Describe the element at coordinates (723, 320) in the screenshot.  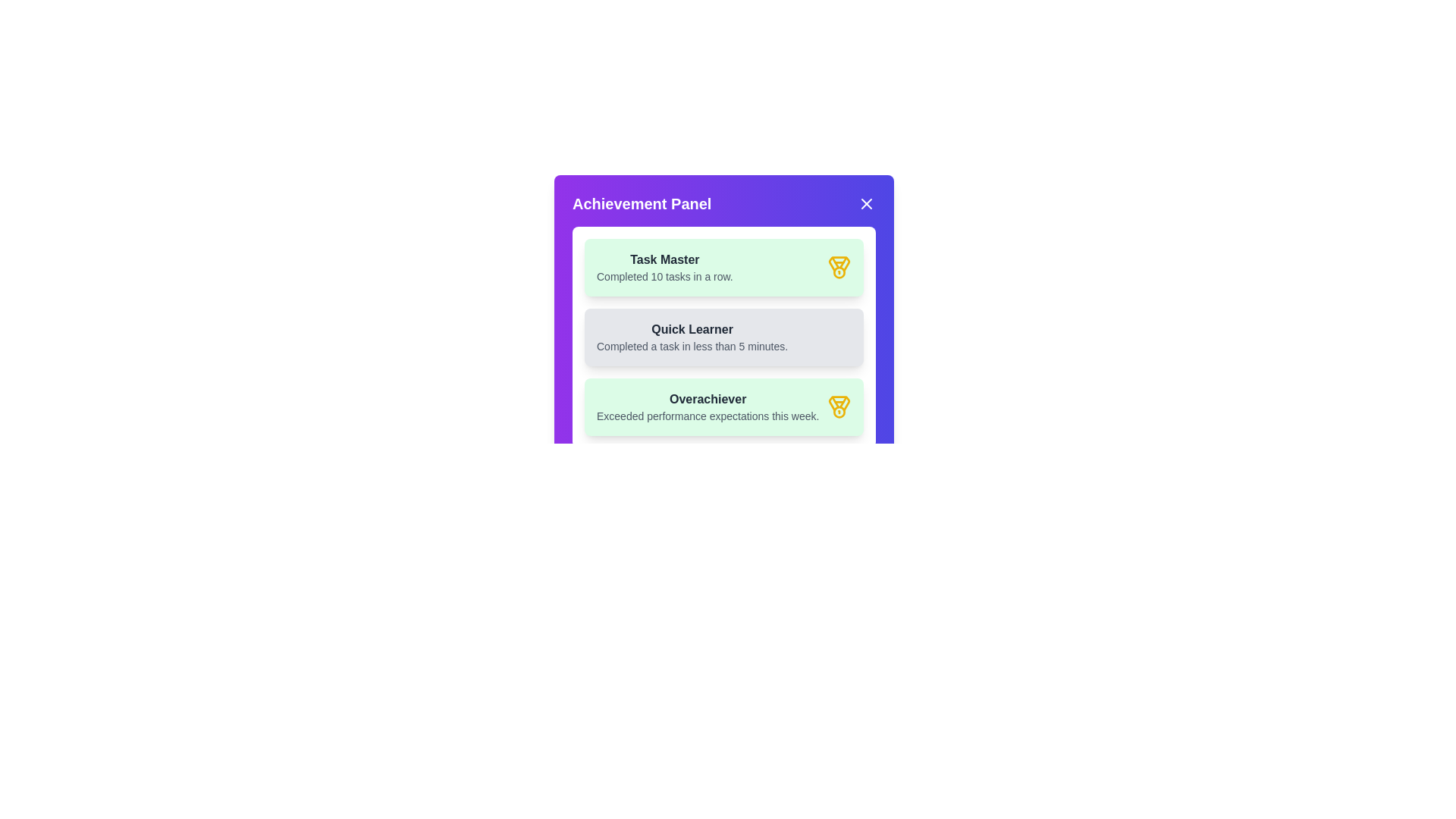
I see `the 'Quick Learner' Achievement card, which displays the achievement 'Completed a task in less than 5 minutes.'` at that location.